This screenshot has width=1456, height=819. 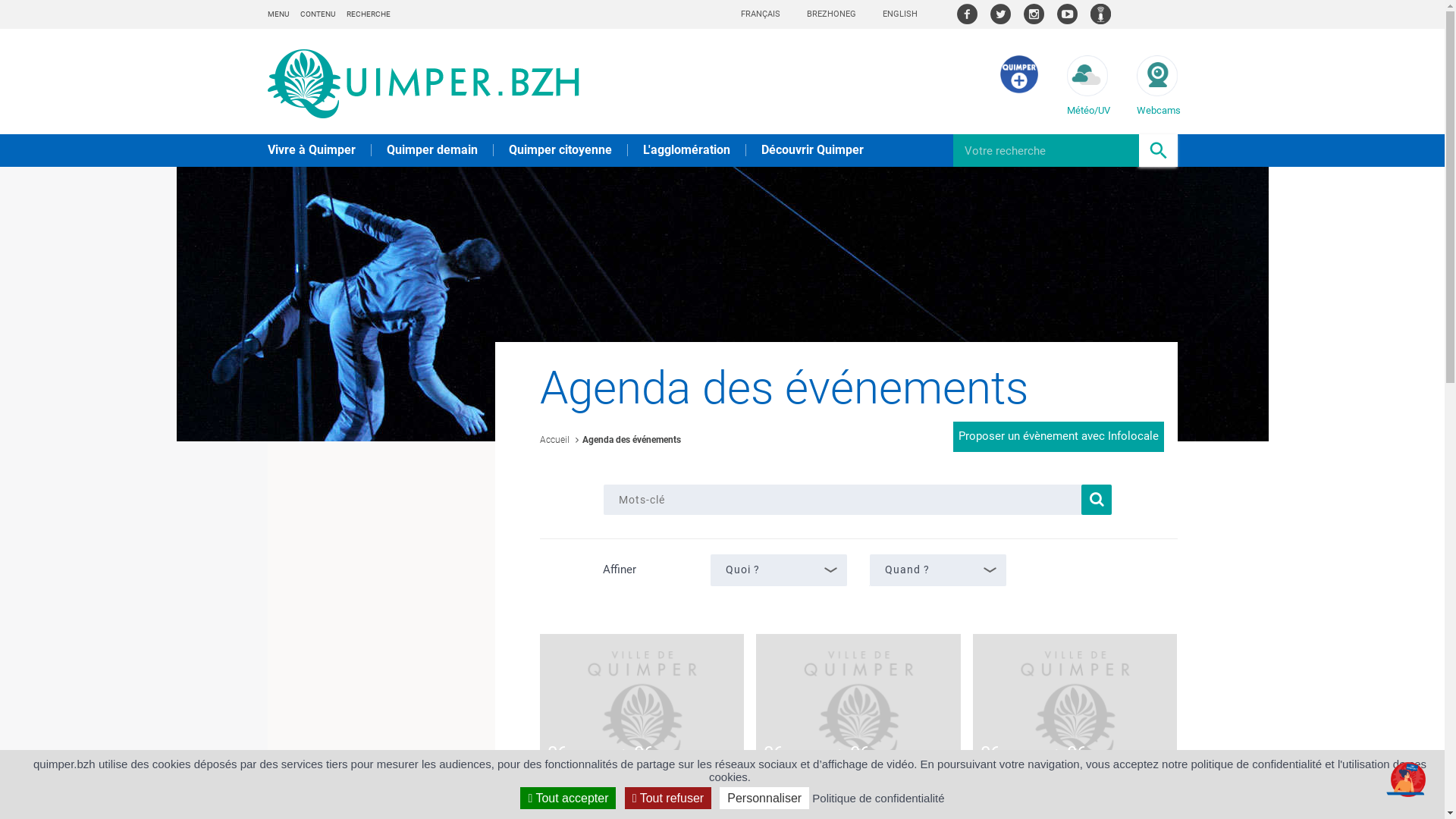 I want to click on 'Personnaliser', so click(x=764, y=797).